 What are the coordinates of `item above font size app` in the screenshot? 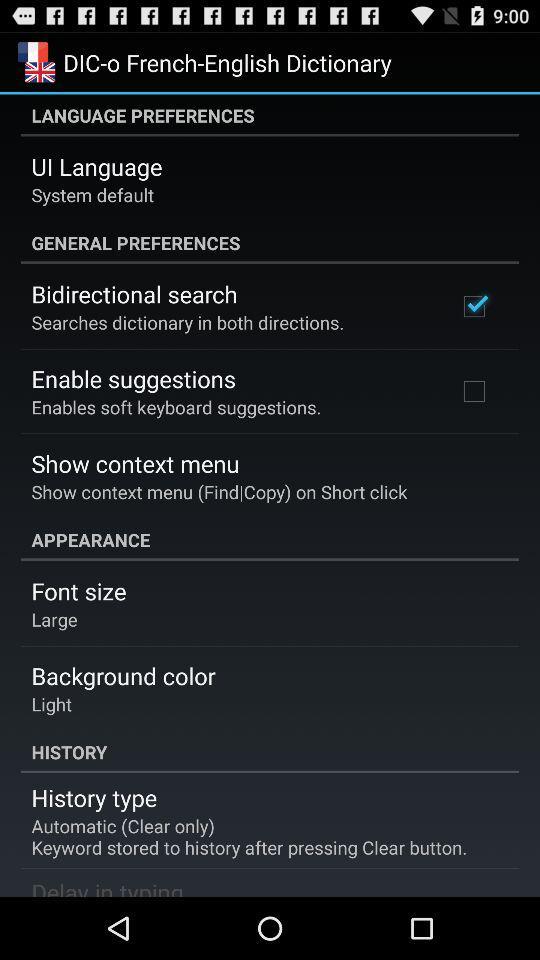 It's located at (270, 539).